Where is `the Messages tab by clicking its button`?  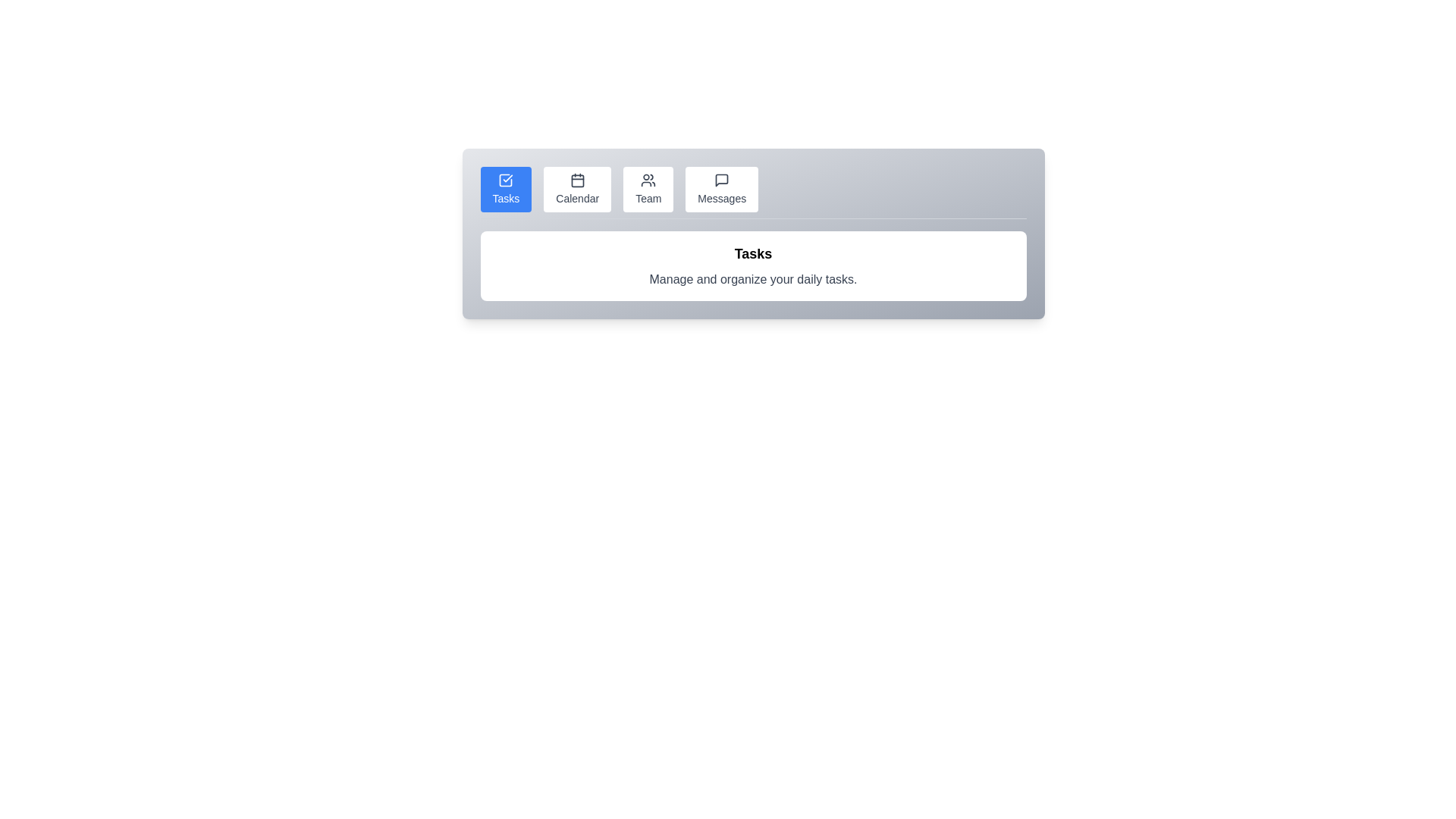 the Messages tab by clicking its button is located at coordinates (721, 189).